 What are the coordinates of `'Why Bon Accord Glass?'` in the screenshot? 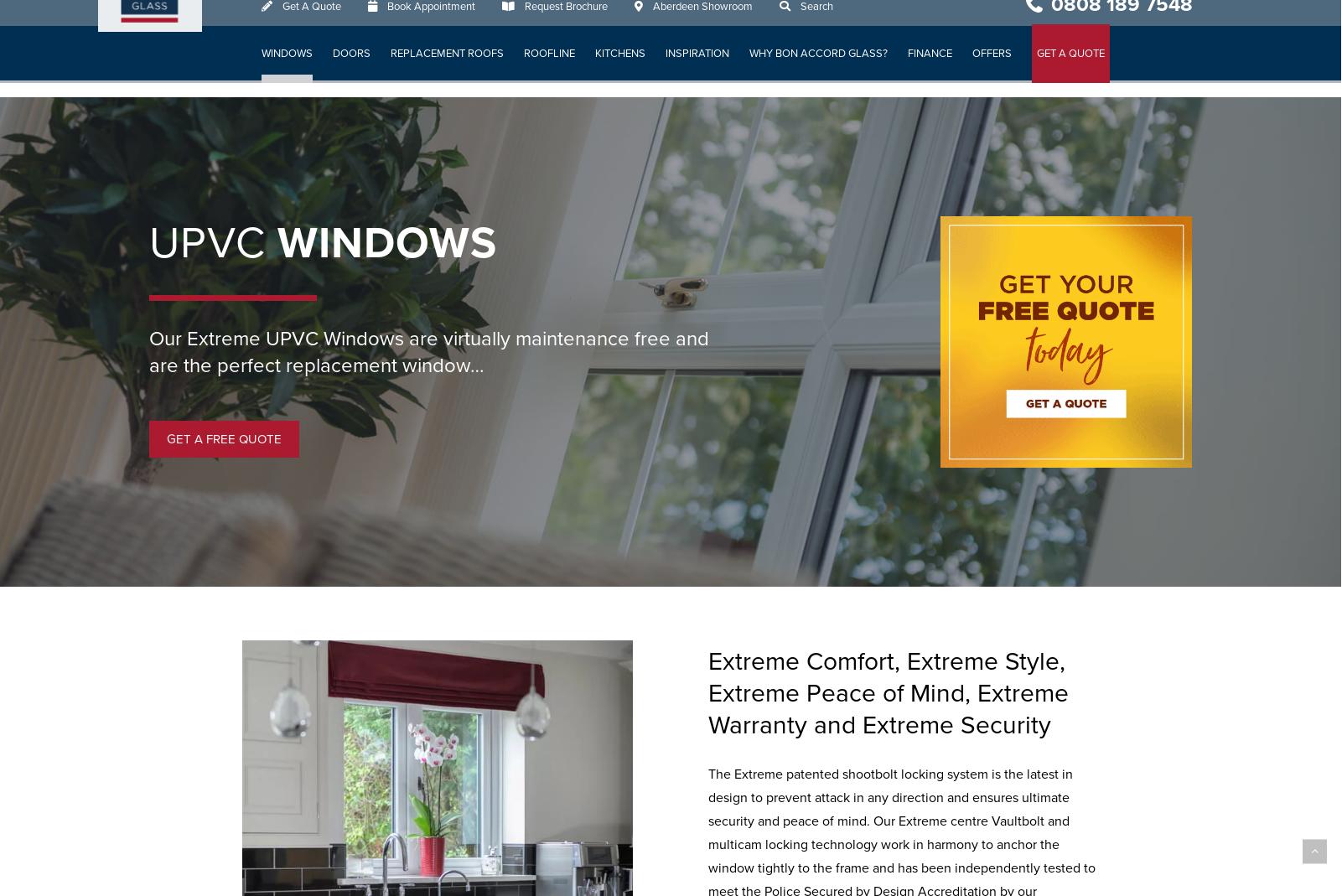 It's located at (818, 67).